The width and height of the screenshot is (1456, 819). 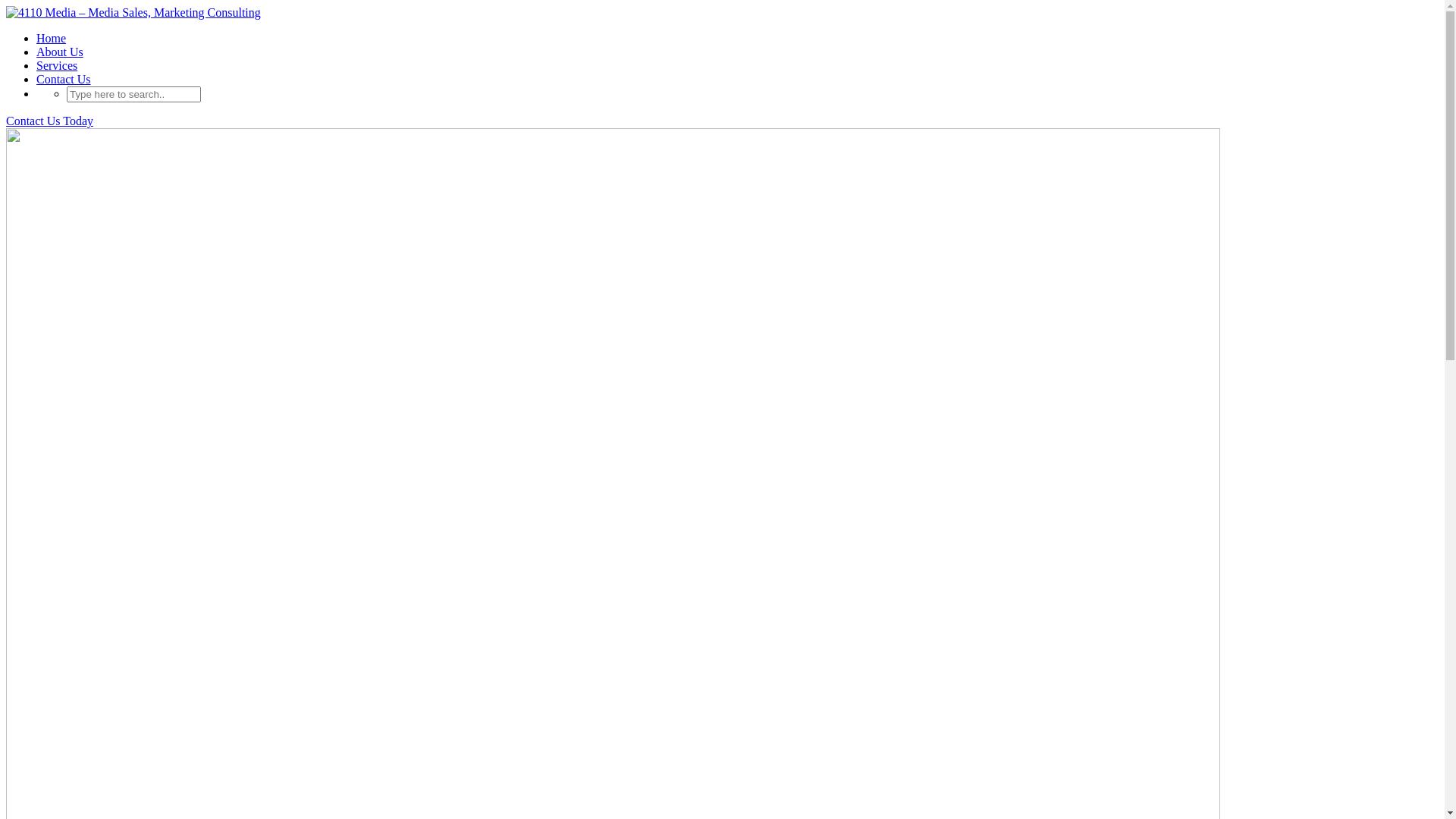 I want to click on 'Contact Us', so click(x=62, y=79).